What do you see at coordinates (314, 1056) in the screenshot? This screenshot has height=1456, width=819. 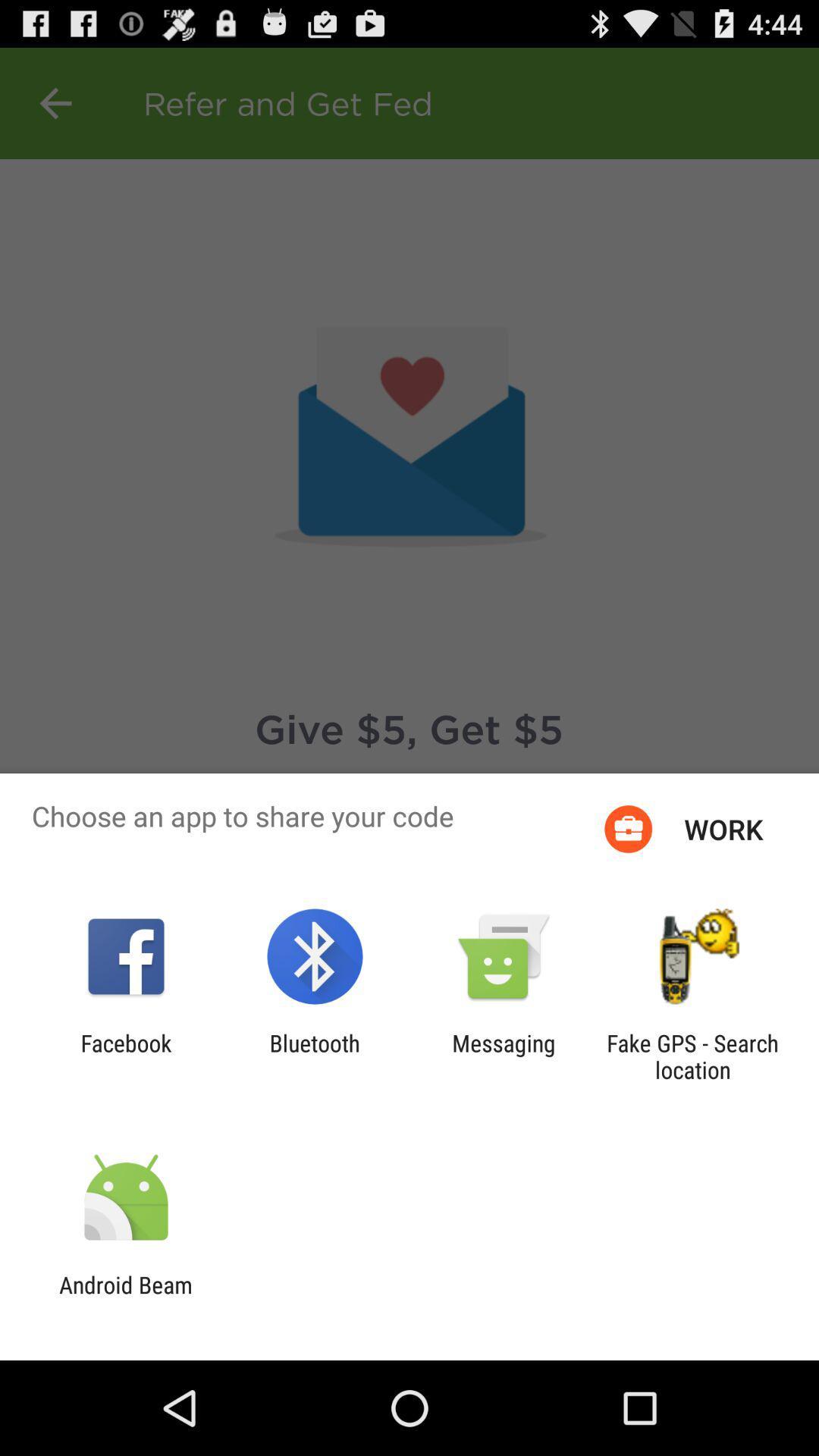 I see `the app to the left of the messaging icon` at bounding box center [314, 1056].